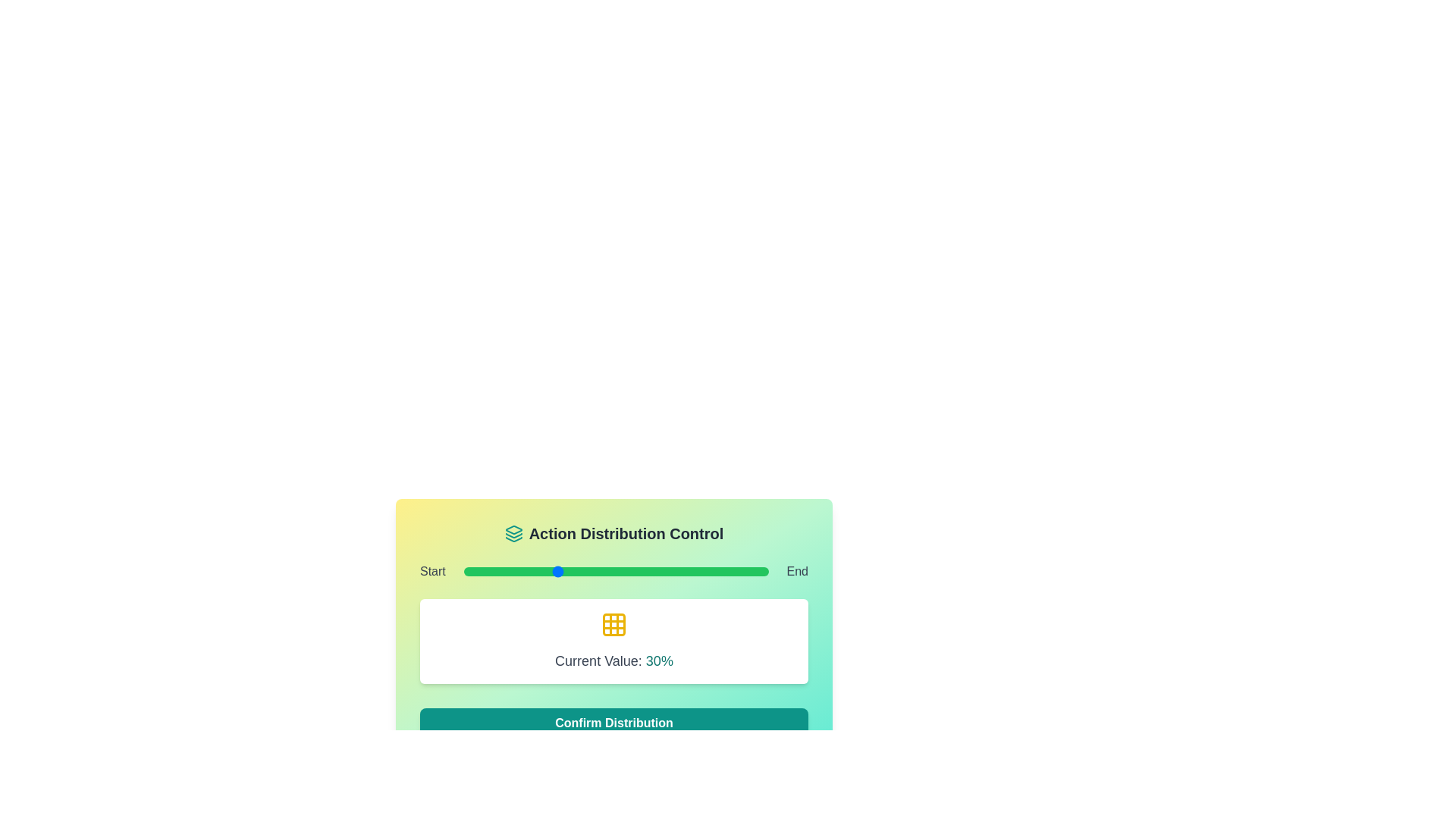 This screenshot has width=1456, height=819. What do you see at coordinates (631, 571) in the screenshot?
I see `the slider to set its value to 55%` at bounding box center [631, 571].